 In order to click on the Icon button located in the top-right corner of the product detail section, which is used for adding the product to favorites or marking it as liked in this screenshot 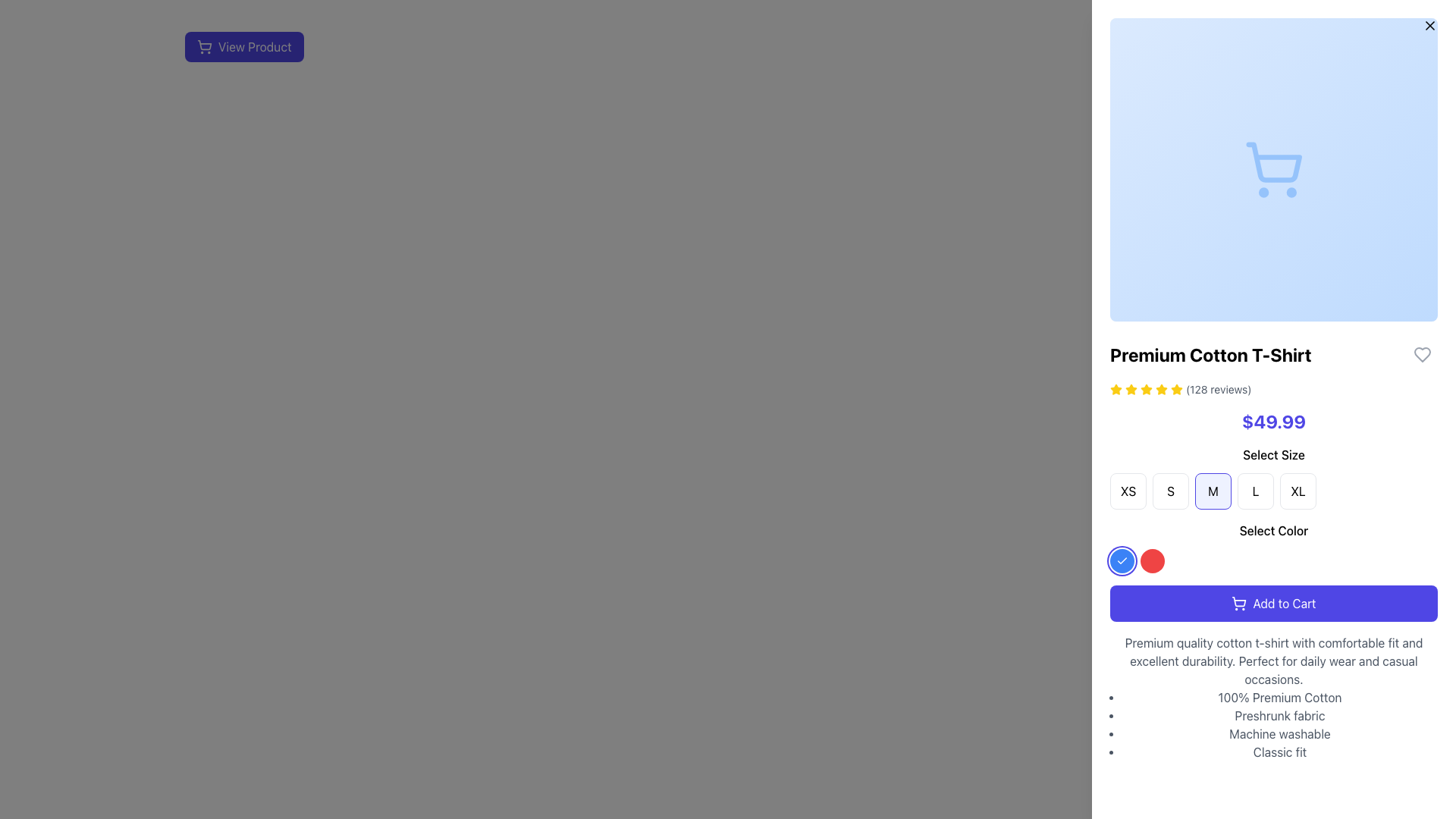, I will do `click(1422, 354)`.